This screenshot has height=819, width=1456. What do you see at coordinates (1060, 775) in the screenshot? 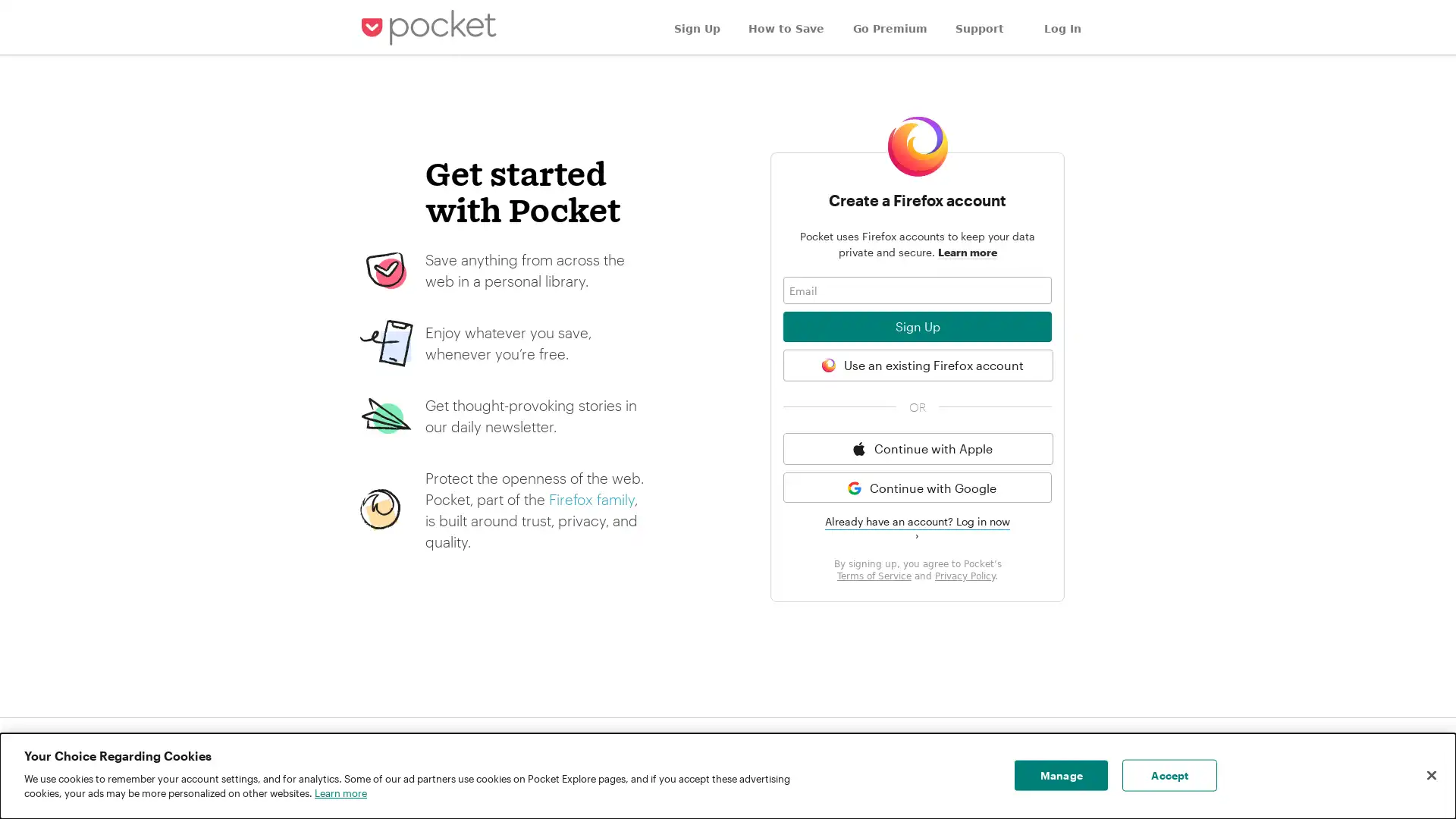
I see `Manage` at bounding box center [1060, 775].